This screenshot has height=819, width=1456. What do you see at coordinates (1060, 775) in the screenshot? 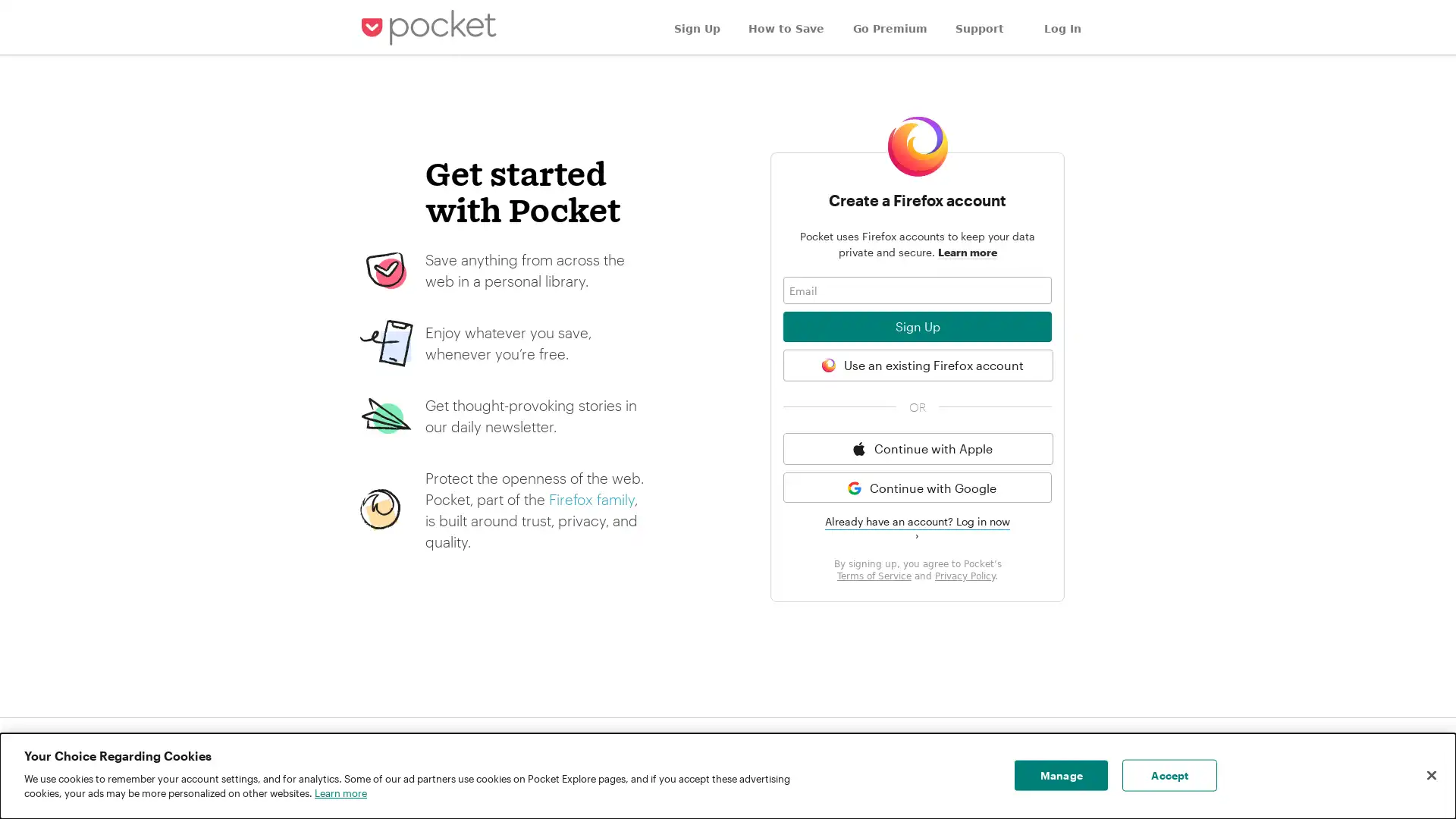
I see `Manage` at bounding box center [1060, 775].